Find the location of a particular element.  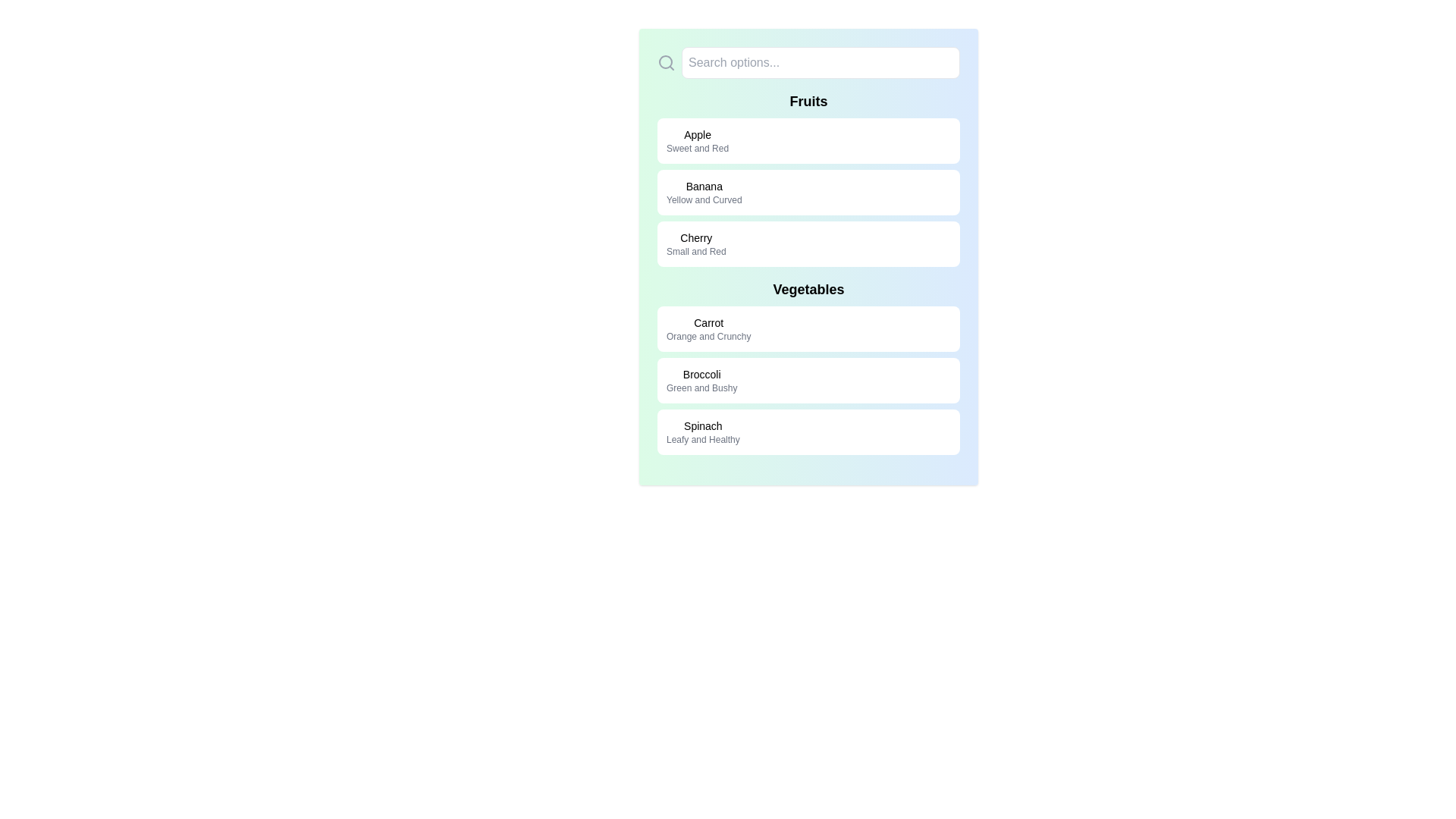

the text label that identifies 'Cherry' within the 'Fruits' section of the list is located at coordinates (695, 237).